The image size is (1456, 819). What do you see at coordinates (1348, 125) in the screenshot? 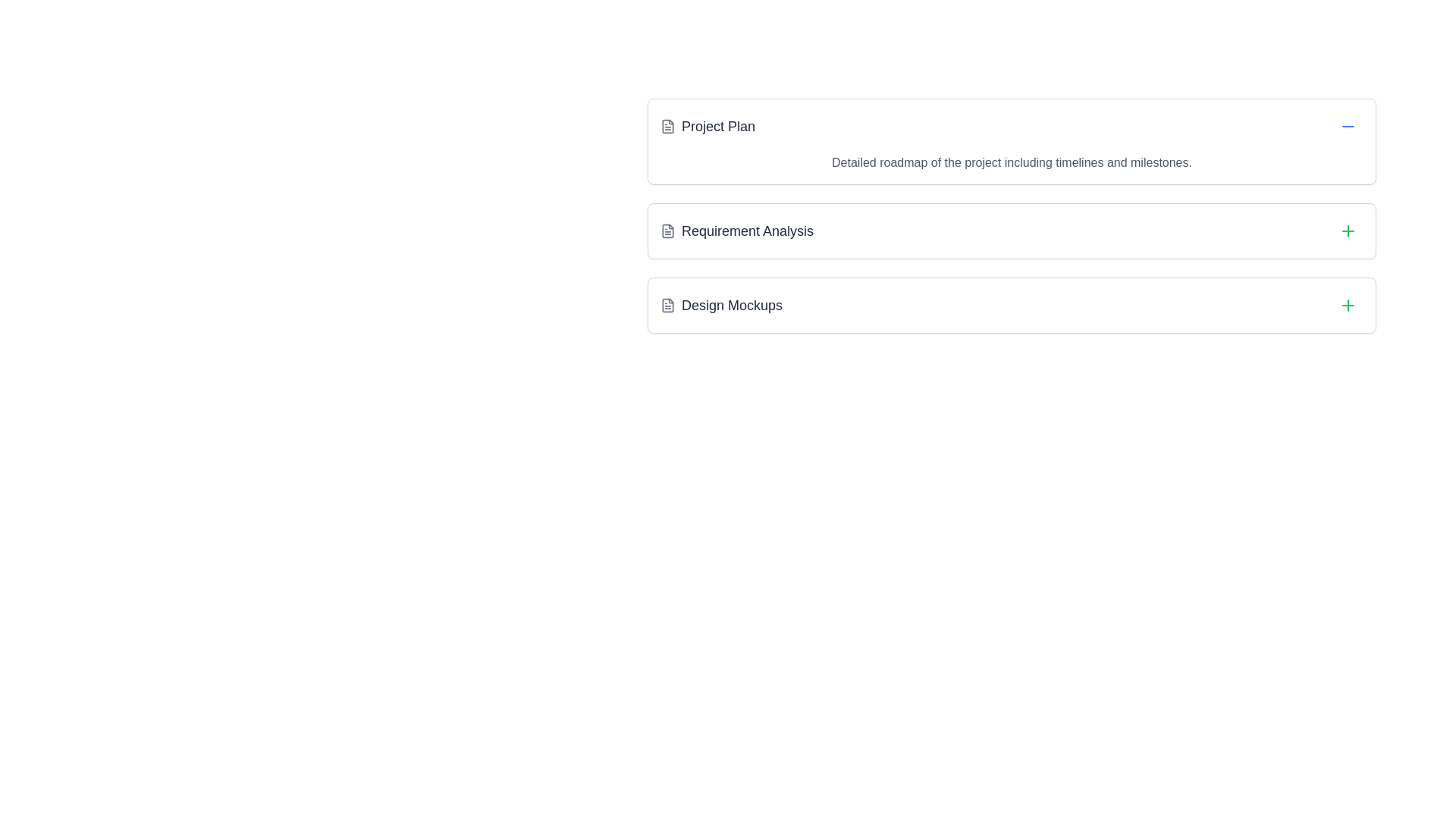
I see `the button located at the far right of the 'Project Plan' section` at bounding box center [1348, 125].